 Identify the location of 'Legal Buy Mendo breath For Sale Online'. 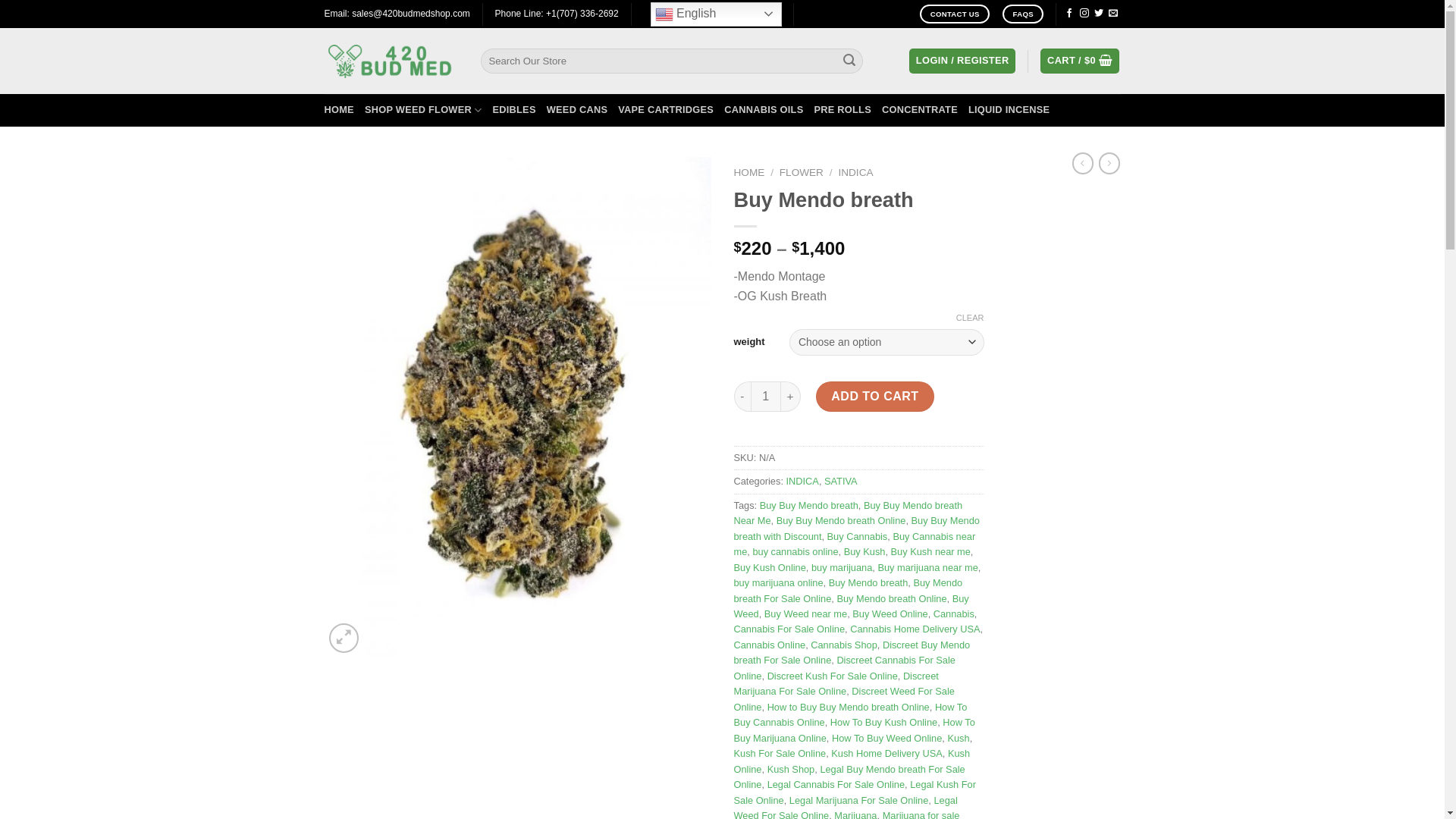
(849, 777).